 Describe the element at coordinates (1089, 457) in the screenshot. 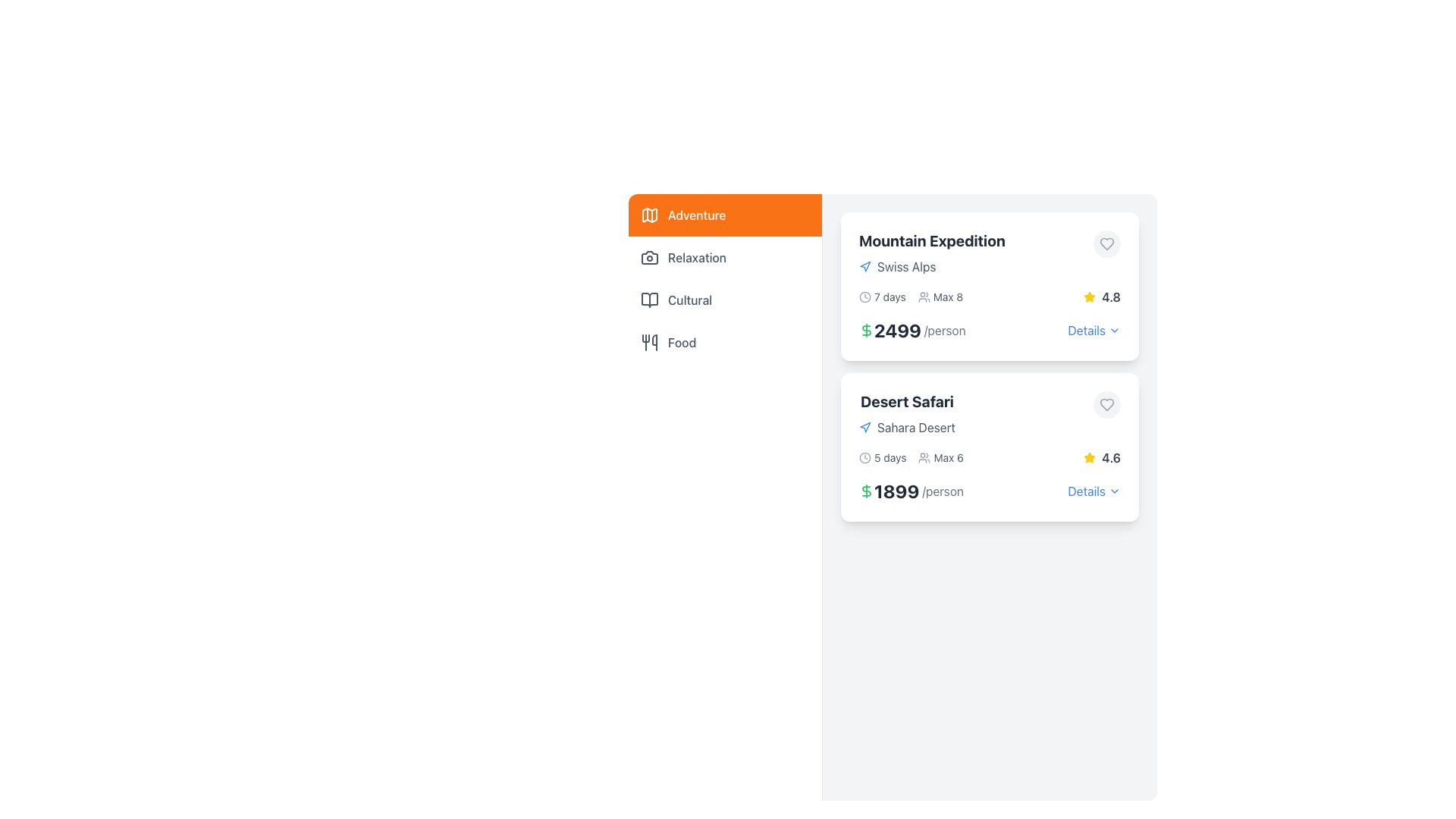

I see `the yellow star icon, which represents a rating and is located on the right side of the interface within a card for a desert safari, positioned to the left of a numerical rating value` at that location.